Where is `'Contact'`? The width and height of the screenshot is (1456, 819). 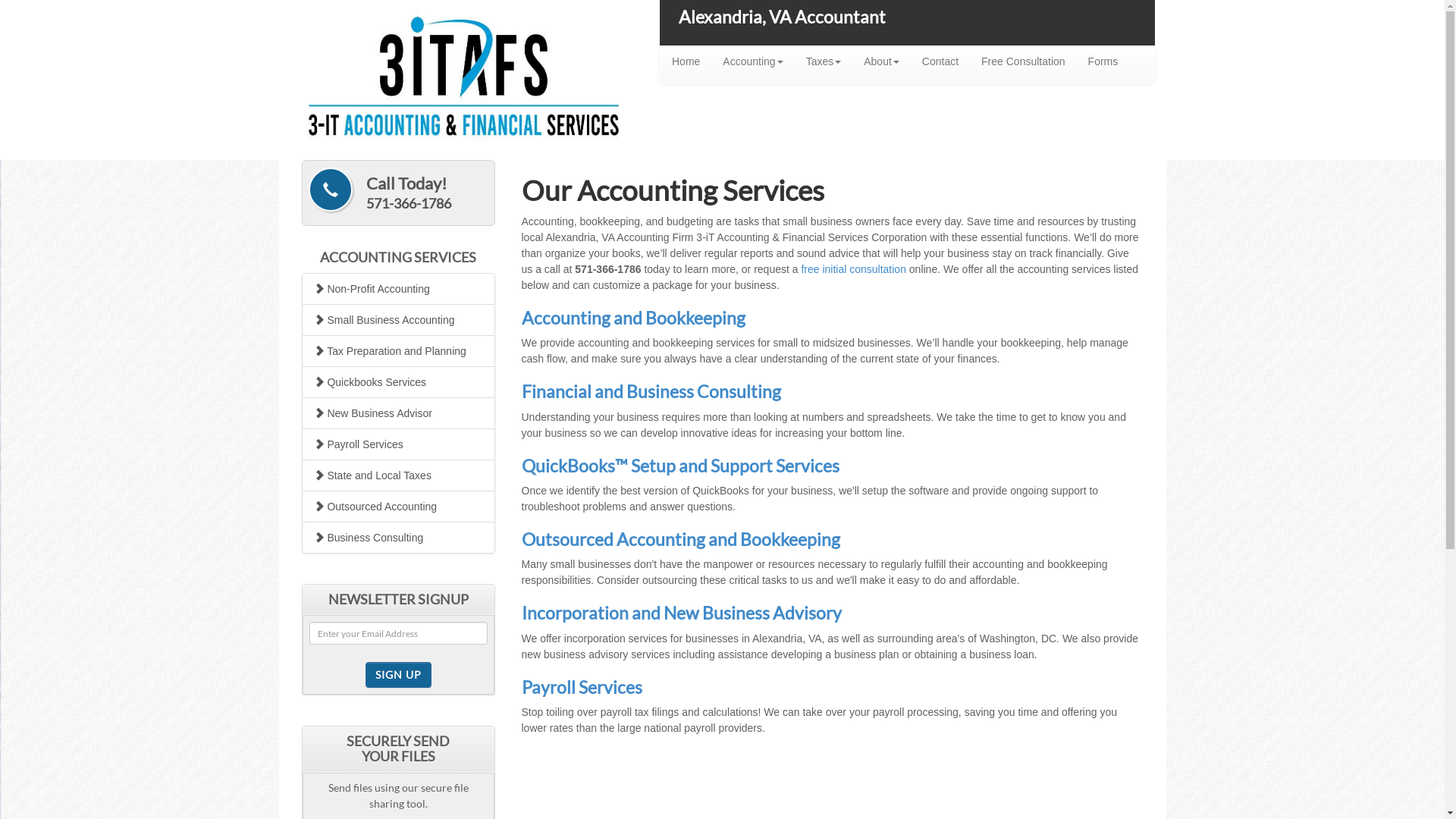
'Contact' is located at coordinates (939, 61).